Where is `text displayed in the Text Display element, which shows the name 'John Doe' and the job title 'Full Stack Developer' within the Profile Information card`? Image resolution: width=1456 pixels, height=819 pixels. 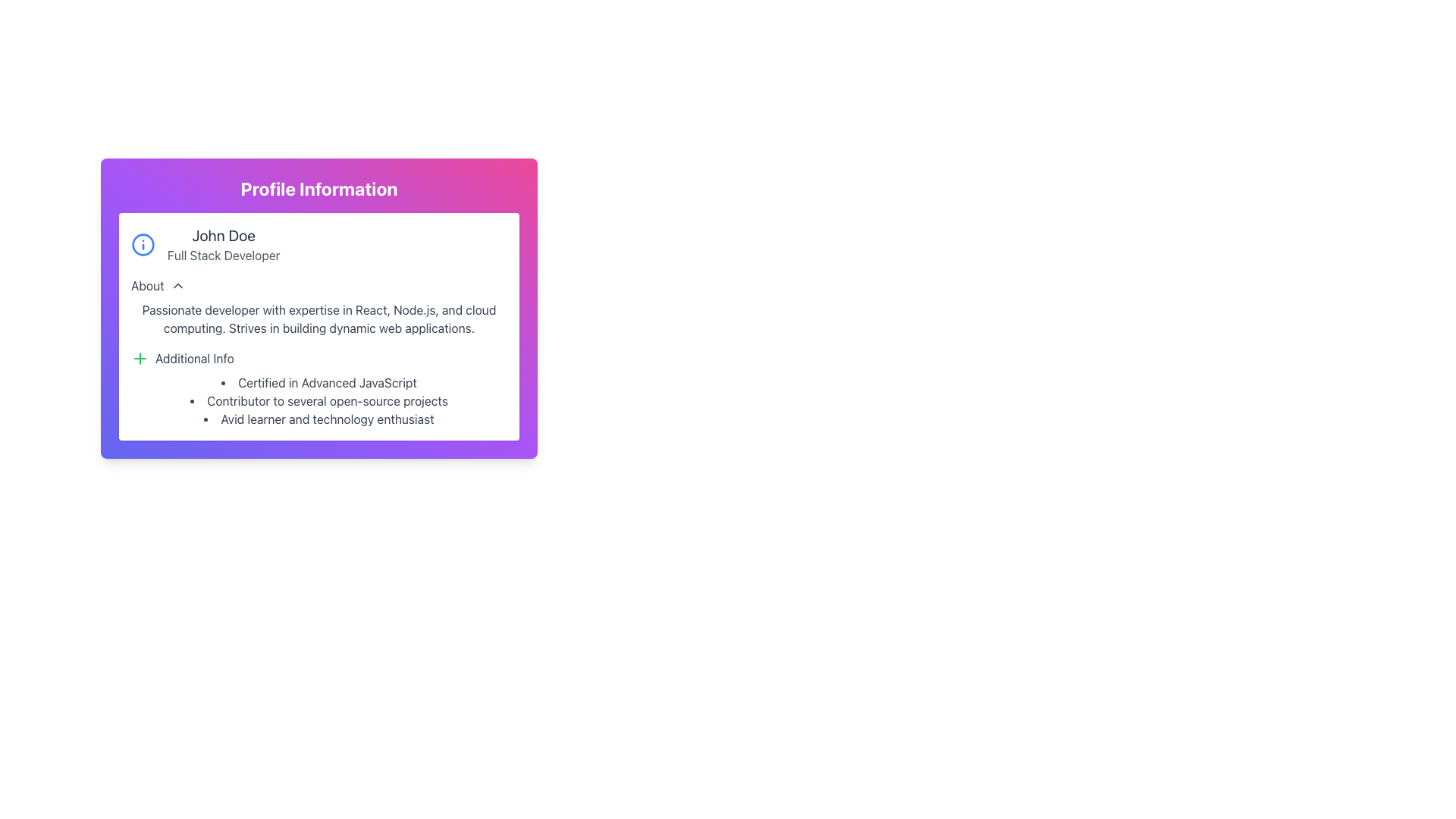
text displayed in the Text Display element, which shows the name 'John Doe' and the job title 'Full Stack Developer' within the Profile Information card is located at coordinates (223, 244).